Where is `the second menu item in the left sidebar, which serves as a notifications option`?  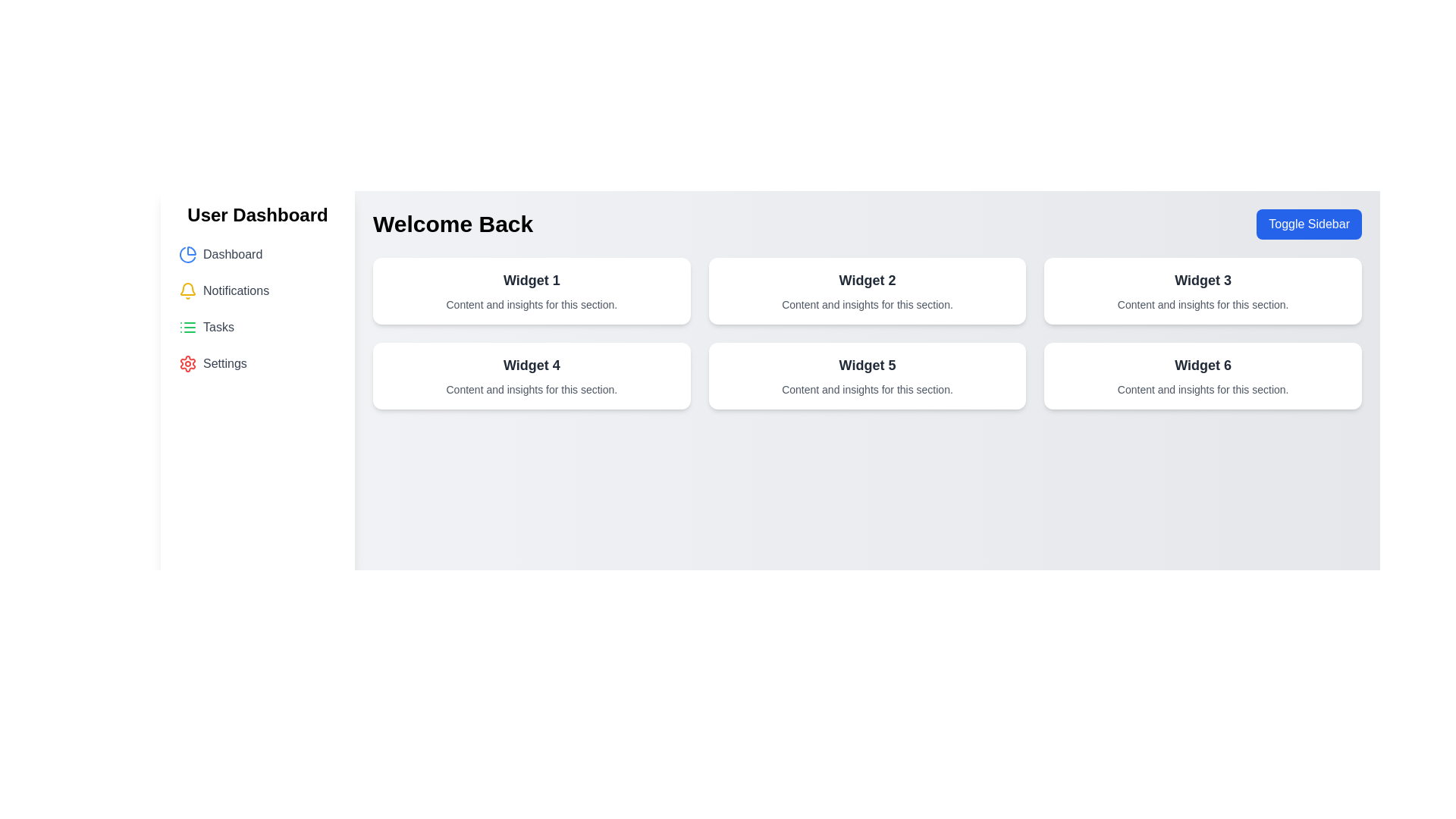
the second menu item in the left sidebar, which serves as a notifications option is located at coordinates (258, 291).